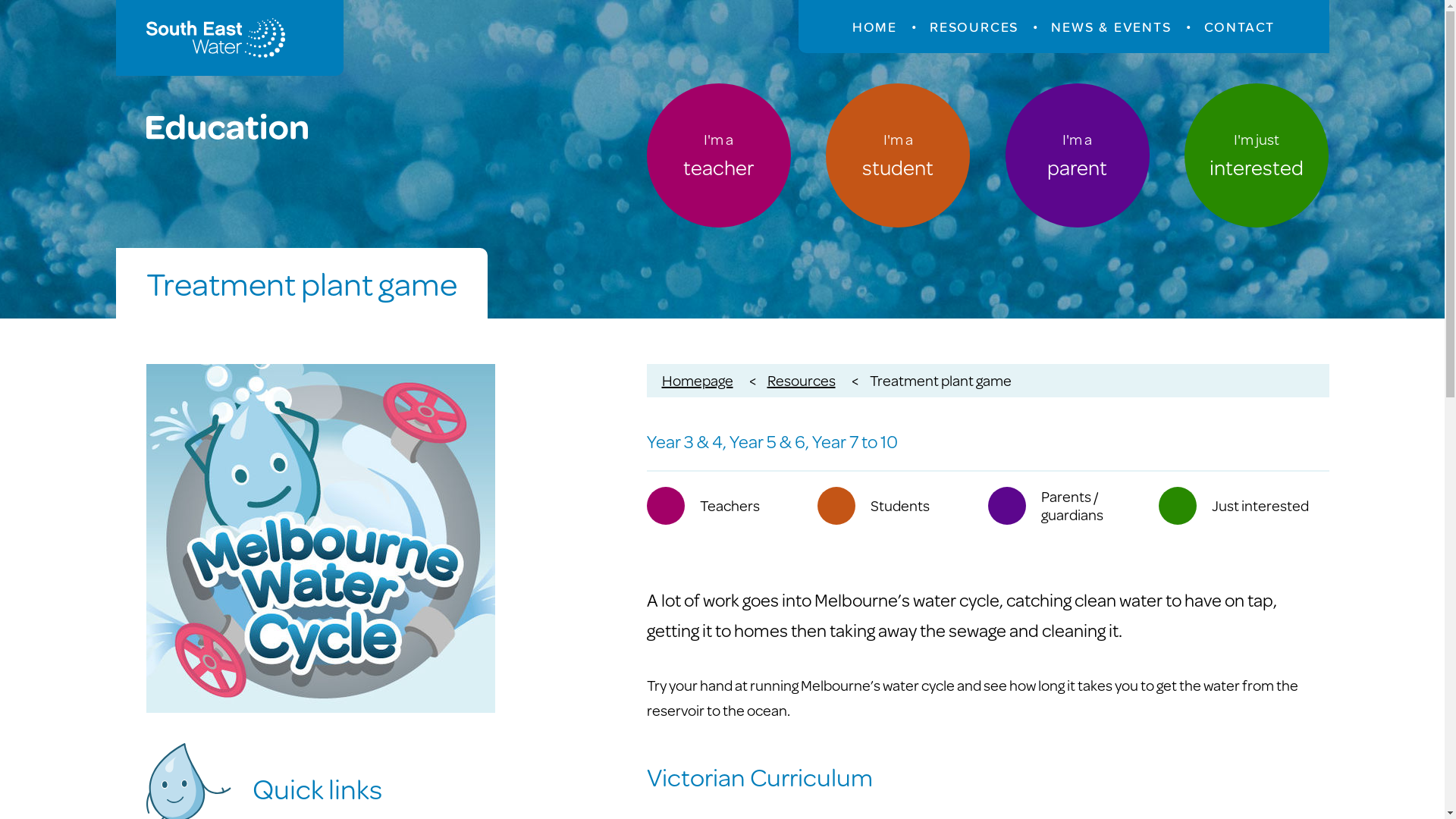 The height and width of the screenshot is (819, 1456). Describe the element at coordinates (874, 27) in the screenshot. I see `'HOME'` at that location.